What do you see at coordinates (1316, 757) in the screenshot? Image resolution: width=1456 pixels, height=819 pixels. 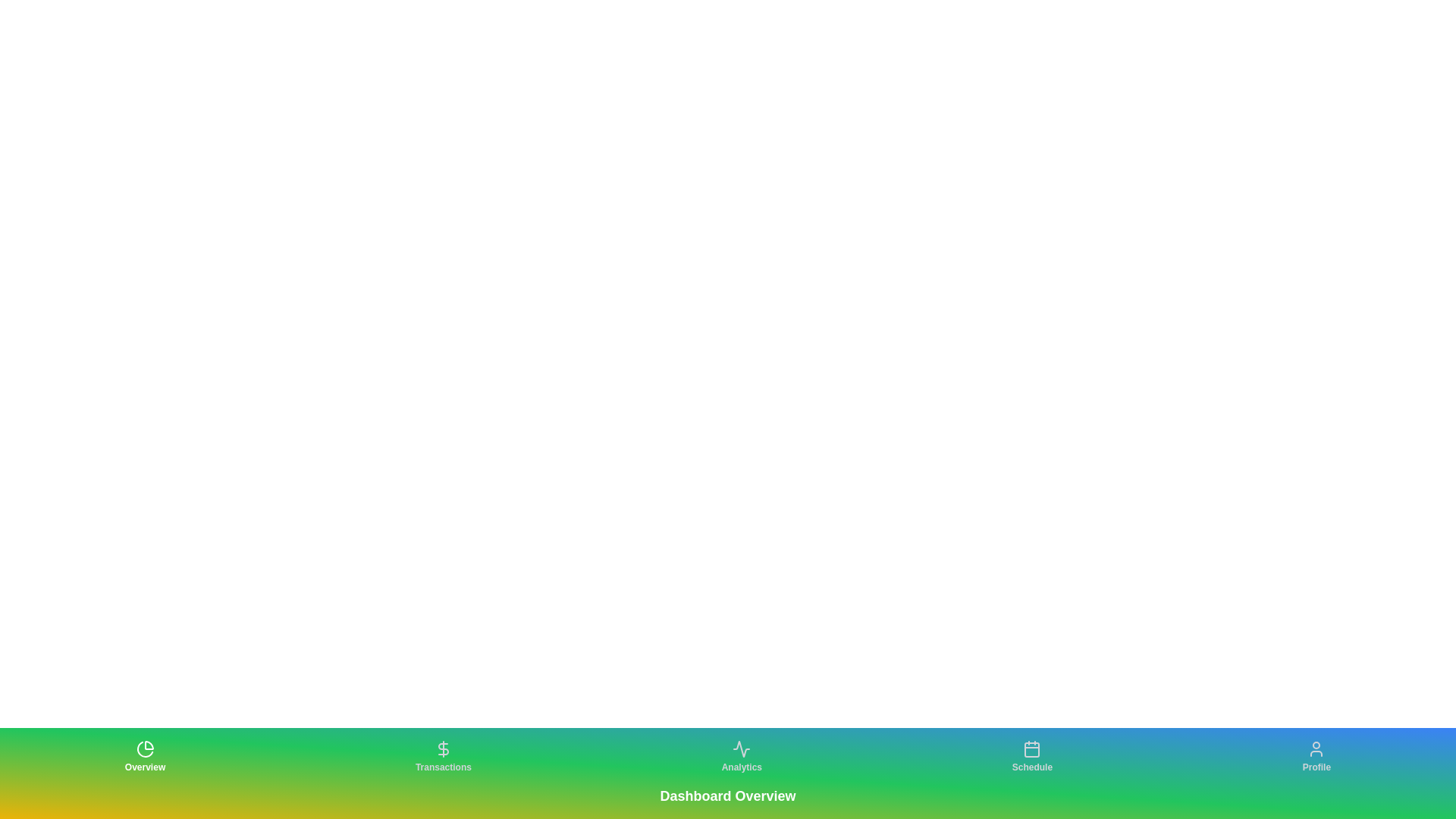 I see `the tab labeled Profile to observe its hover effect` at bounding box center [1316, 757].